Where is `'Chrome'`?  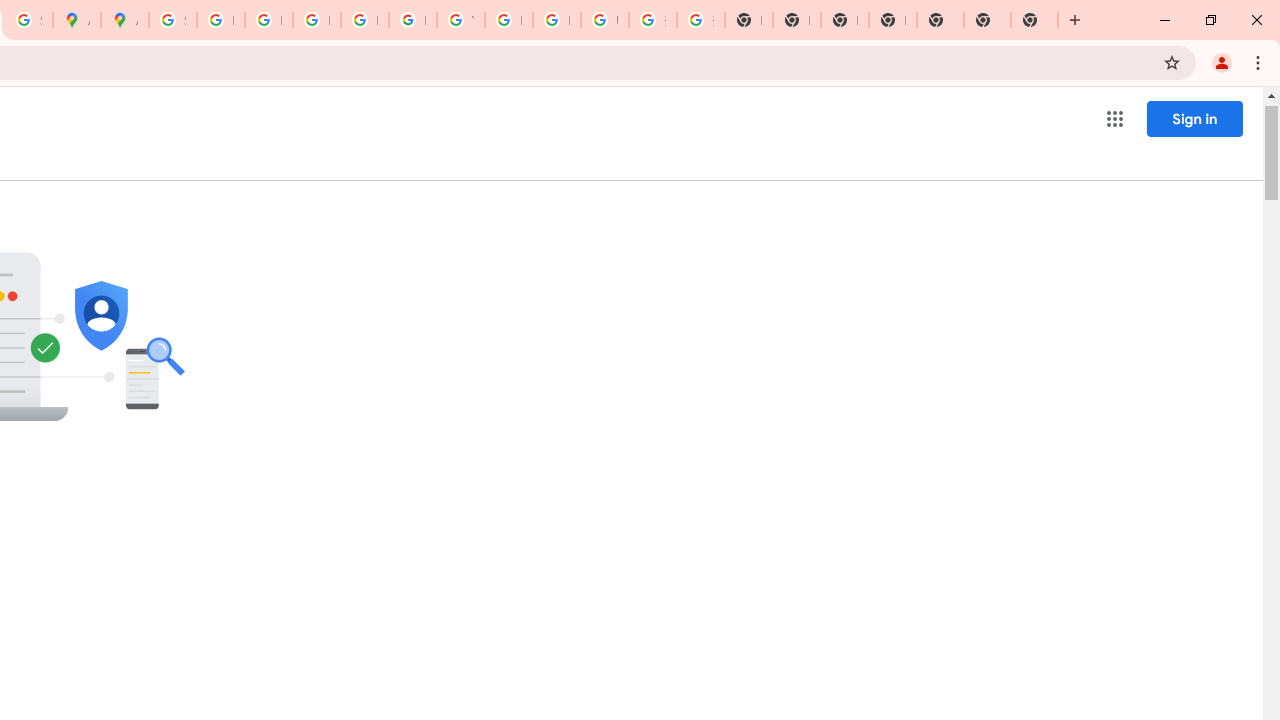
'Chrome' is located at coordinates (1259, 61).